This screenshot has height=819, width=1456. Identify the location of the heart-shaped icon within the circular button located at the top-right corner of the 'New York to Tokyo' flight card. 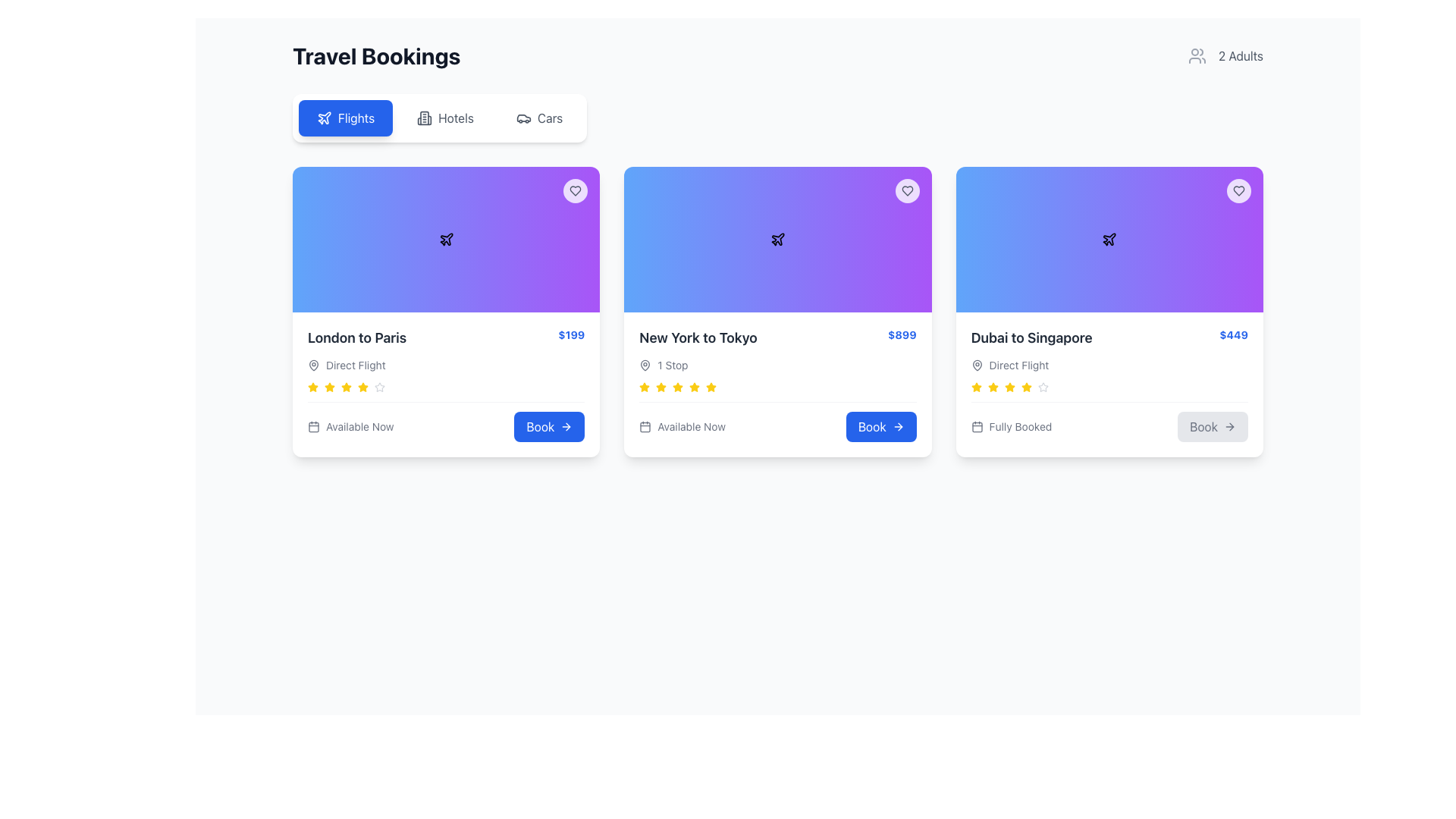
(575, 190).